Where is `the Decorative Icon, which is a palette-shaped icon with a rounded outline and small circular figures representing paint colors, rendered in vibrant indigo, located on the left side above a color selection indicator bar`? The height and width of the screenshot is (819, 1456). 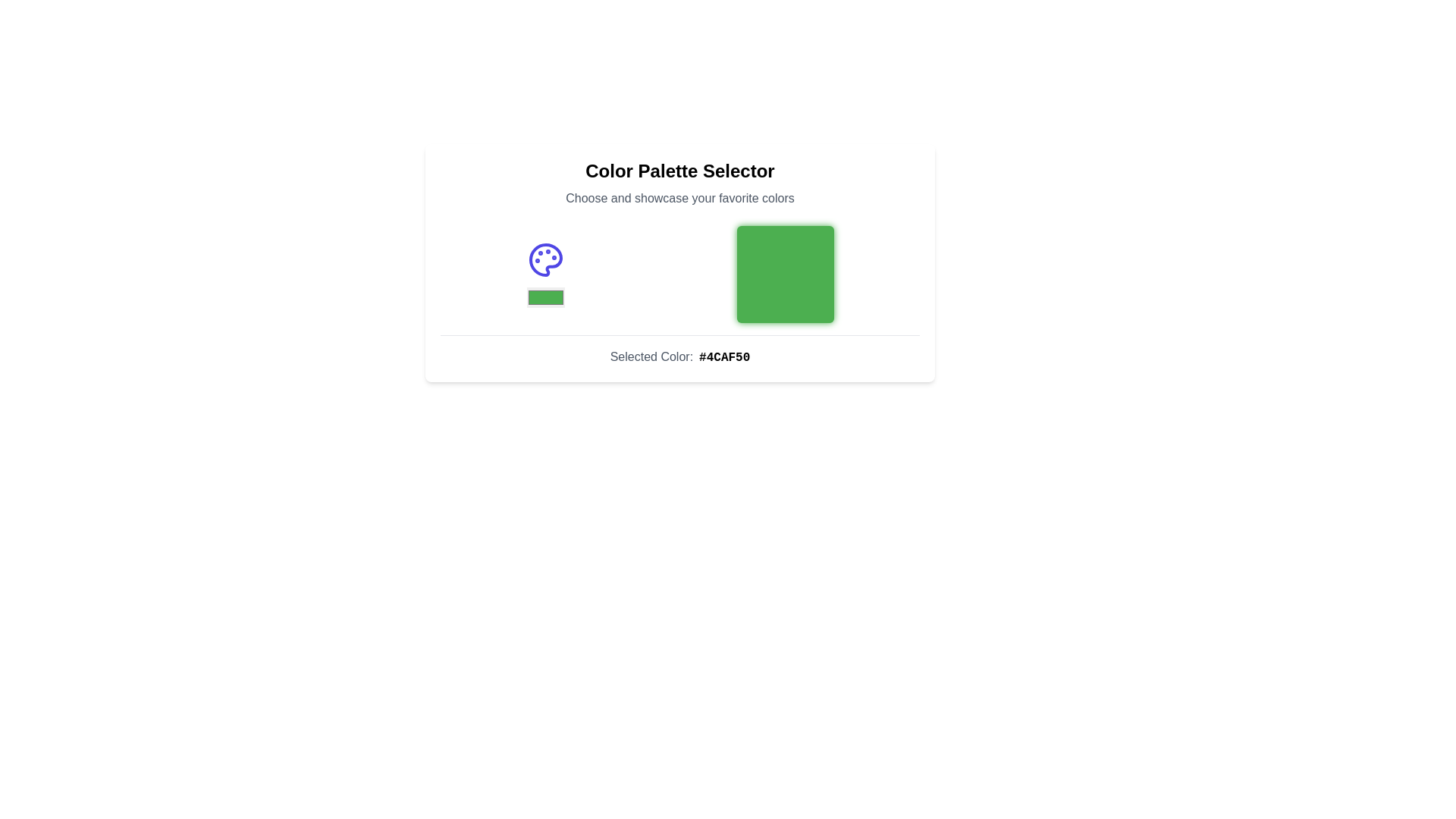 the Decorative Icon, which is a palette-shaped icon with a rounded outline and small circular figures representing paint colors, rendered in vibrant indigo, located on the left side above a color selection indicator bar is located at coordinates (545, 259).